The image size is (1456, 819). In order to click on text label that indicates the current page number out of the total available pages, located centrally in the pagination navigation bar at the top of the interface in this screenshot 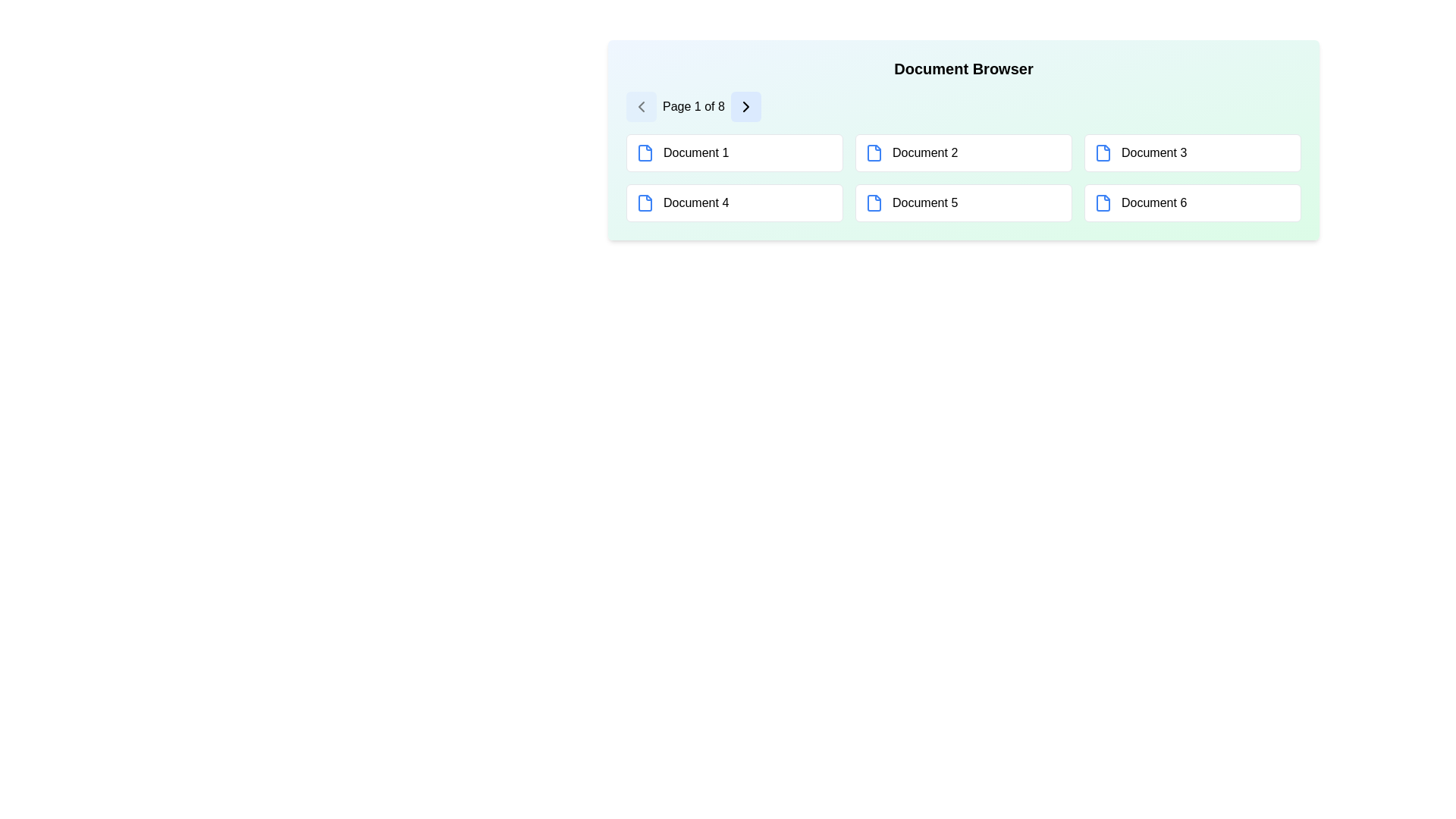, I will do `click(692, 106)`.